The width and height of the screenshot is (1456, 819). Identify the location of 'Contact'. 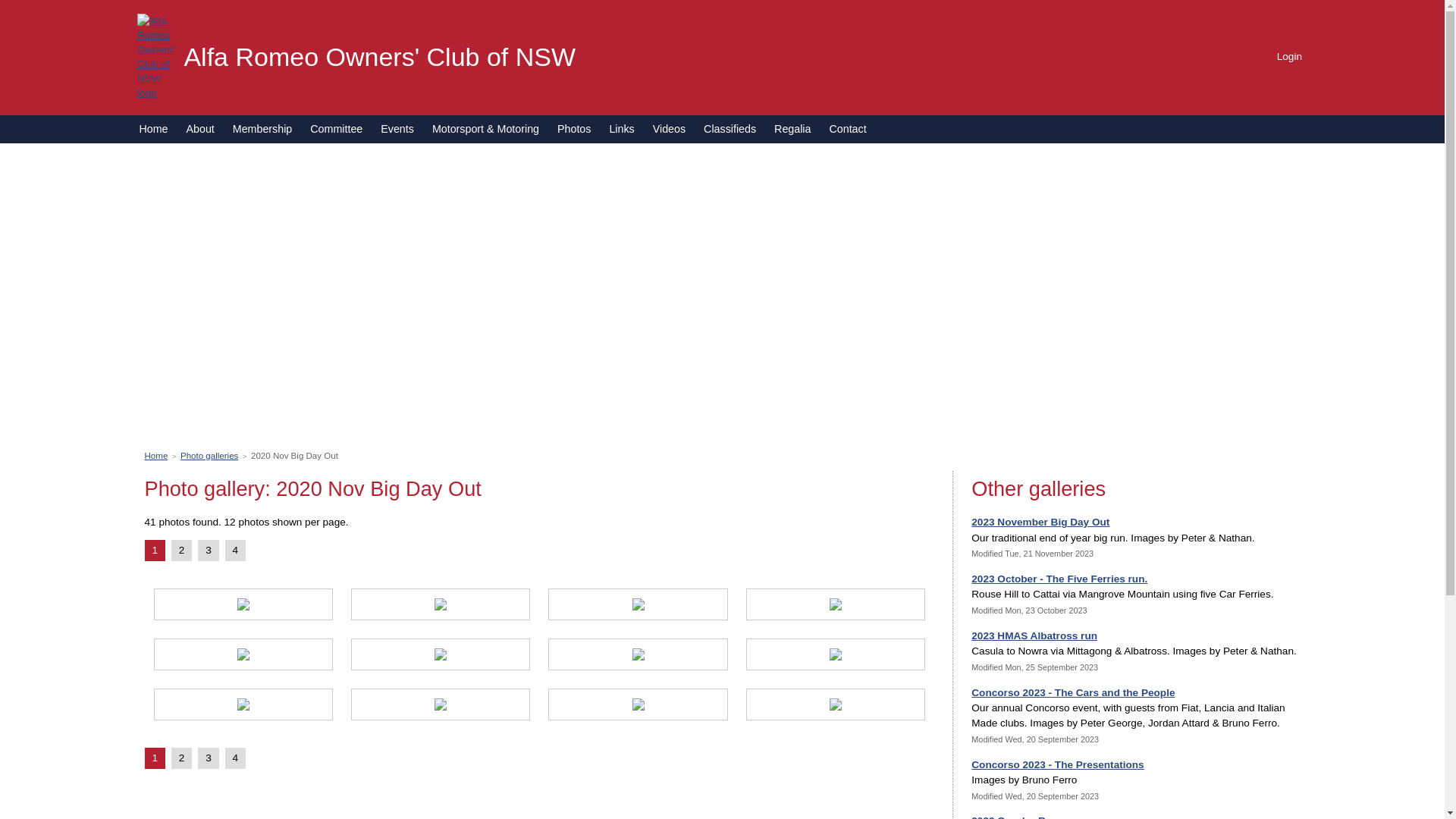
(818, 127).